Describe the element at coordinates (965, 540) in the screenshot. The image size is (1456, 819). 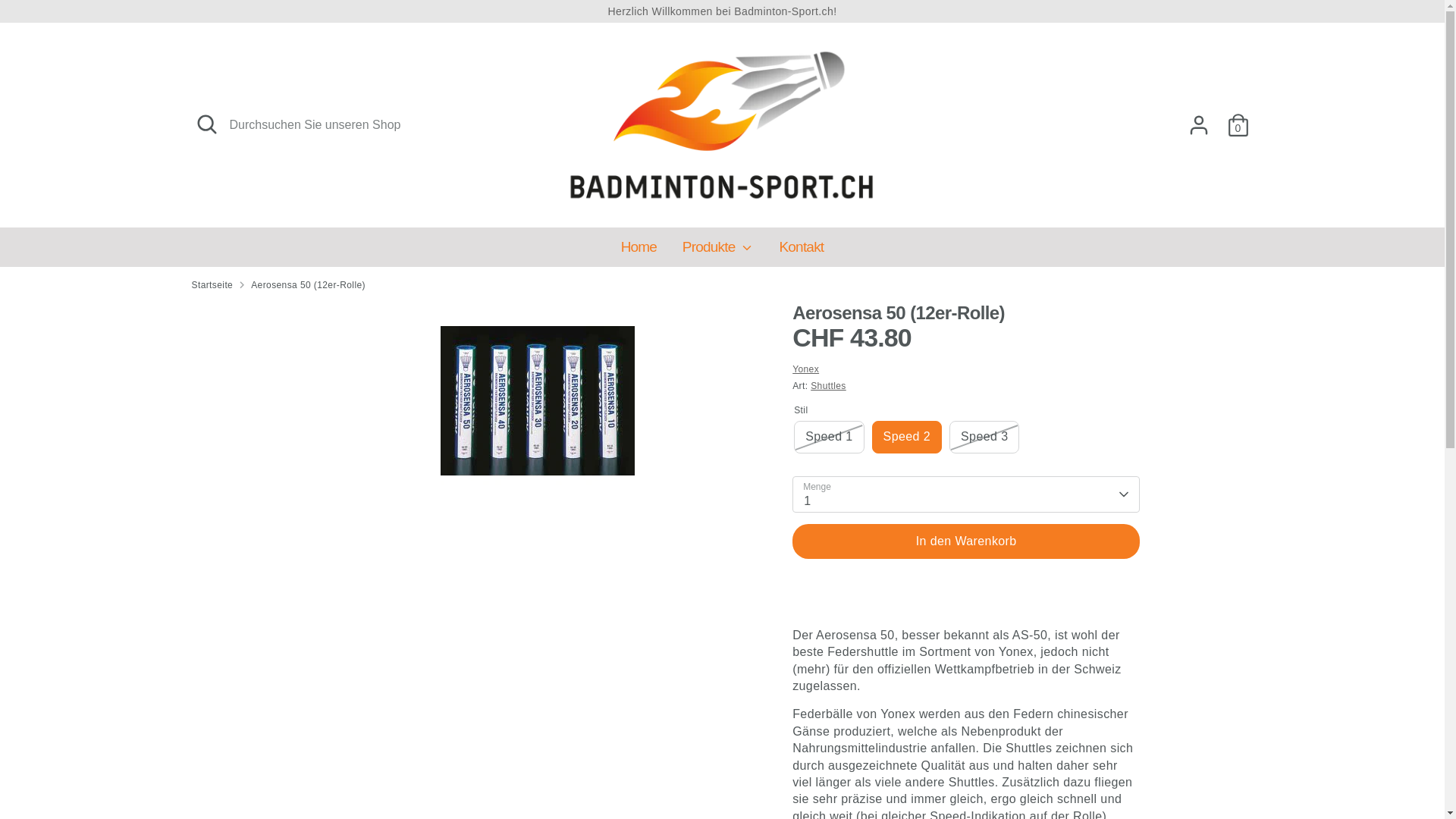
I see `'In den Warenkorb'` at that location.